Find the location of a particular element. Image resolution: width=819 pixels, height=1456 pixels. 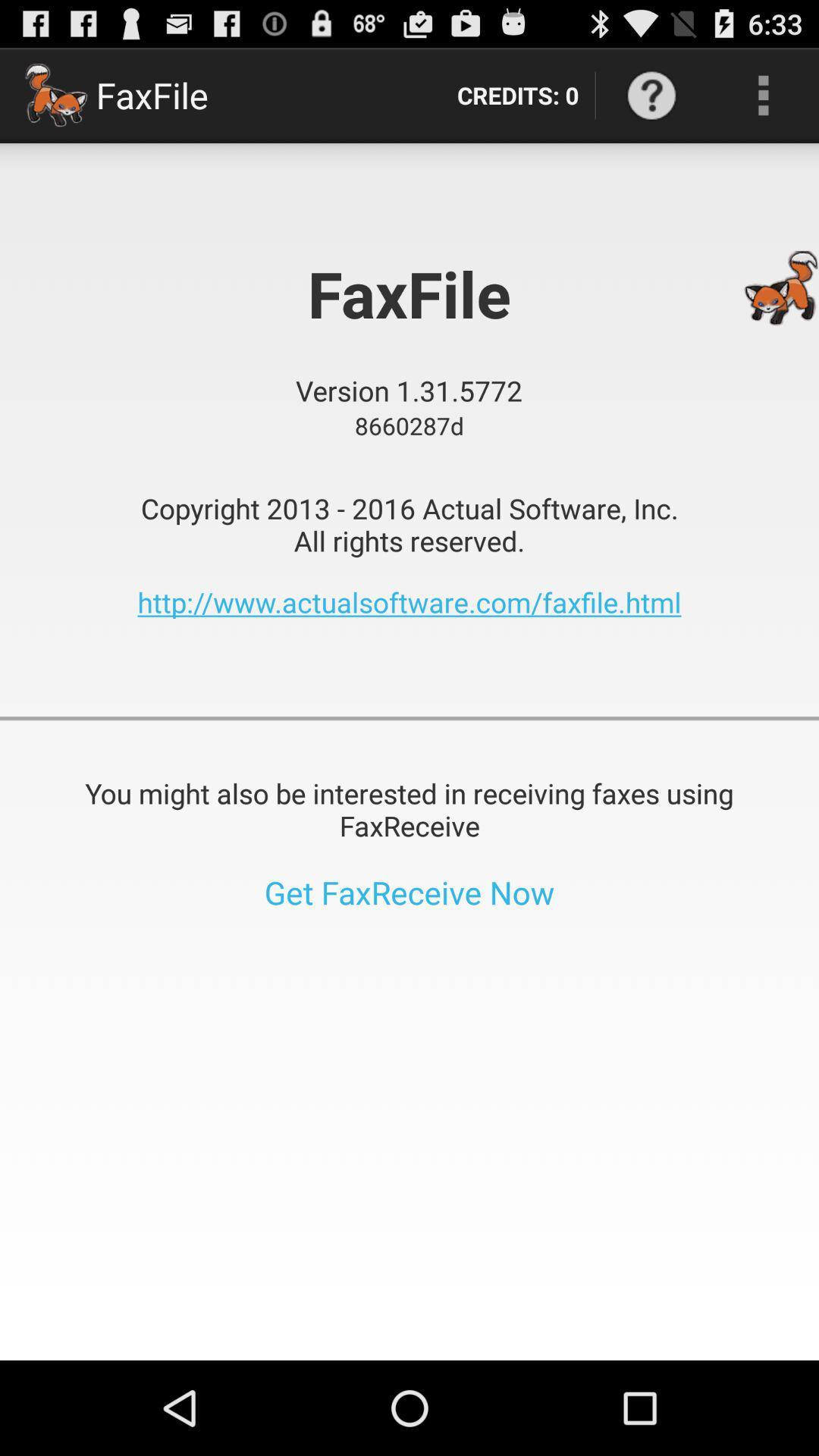

the item above copyright 2013 2016 is located at coordinates (651, 94).